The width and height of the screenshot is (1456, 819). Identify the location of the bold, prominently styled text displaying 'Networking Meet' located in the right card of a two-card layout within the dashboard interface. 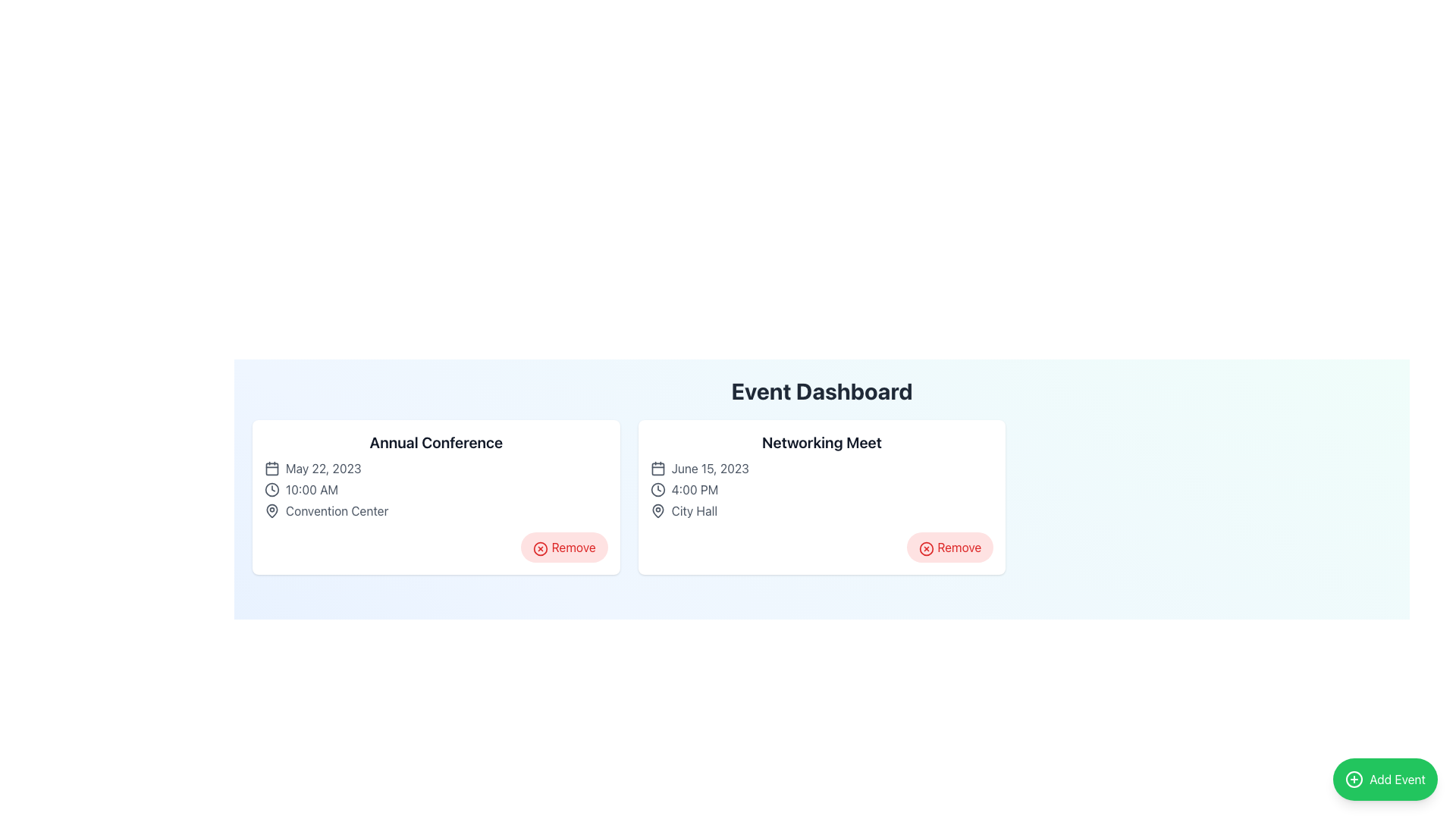
(821, 442).